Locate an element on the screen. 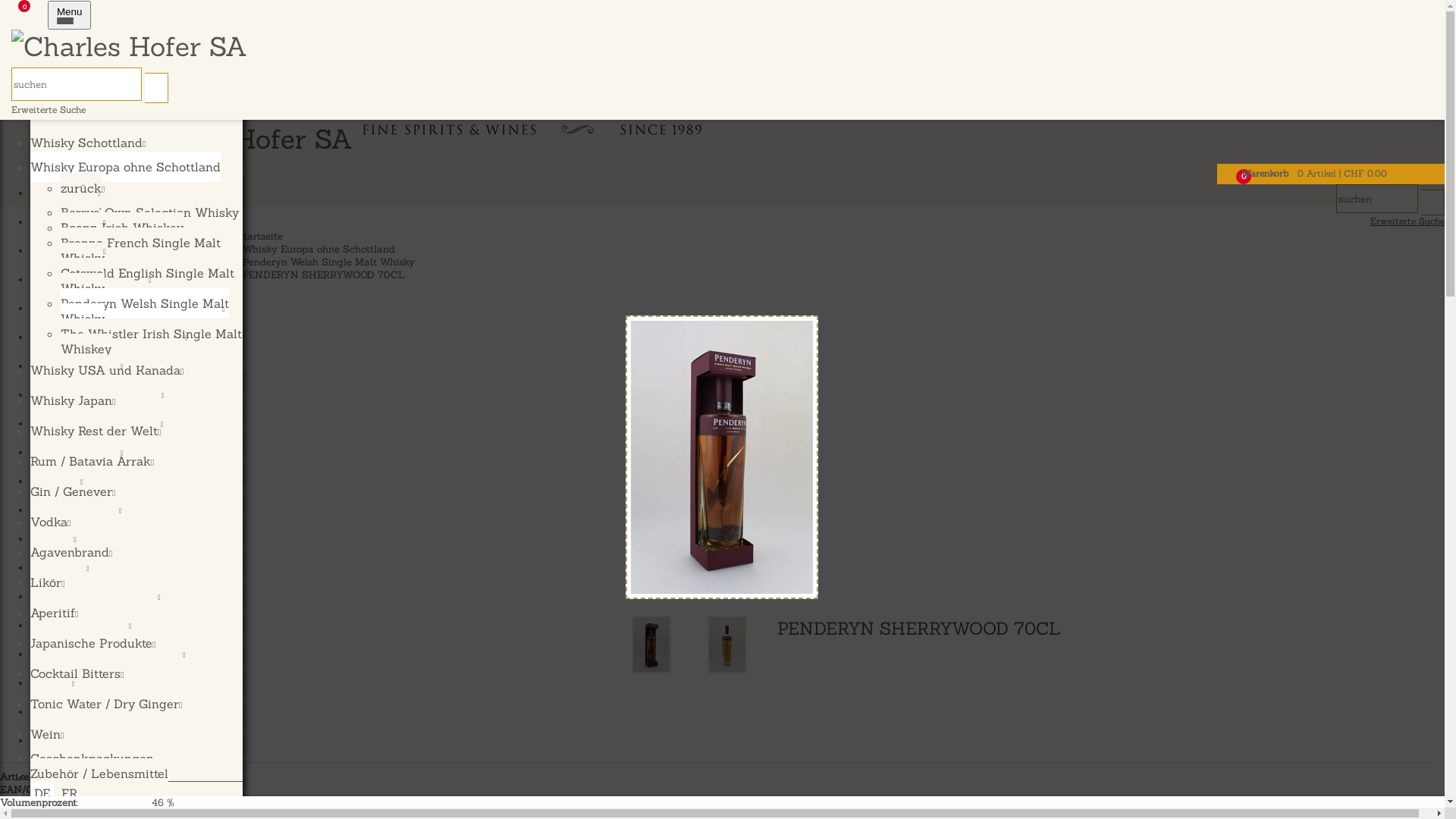 Image resolution: width=1456 pixels, height=819 pixels. 'Cocktail Bitters' is located at coordinates (76, 672).